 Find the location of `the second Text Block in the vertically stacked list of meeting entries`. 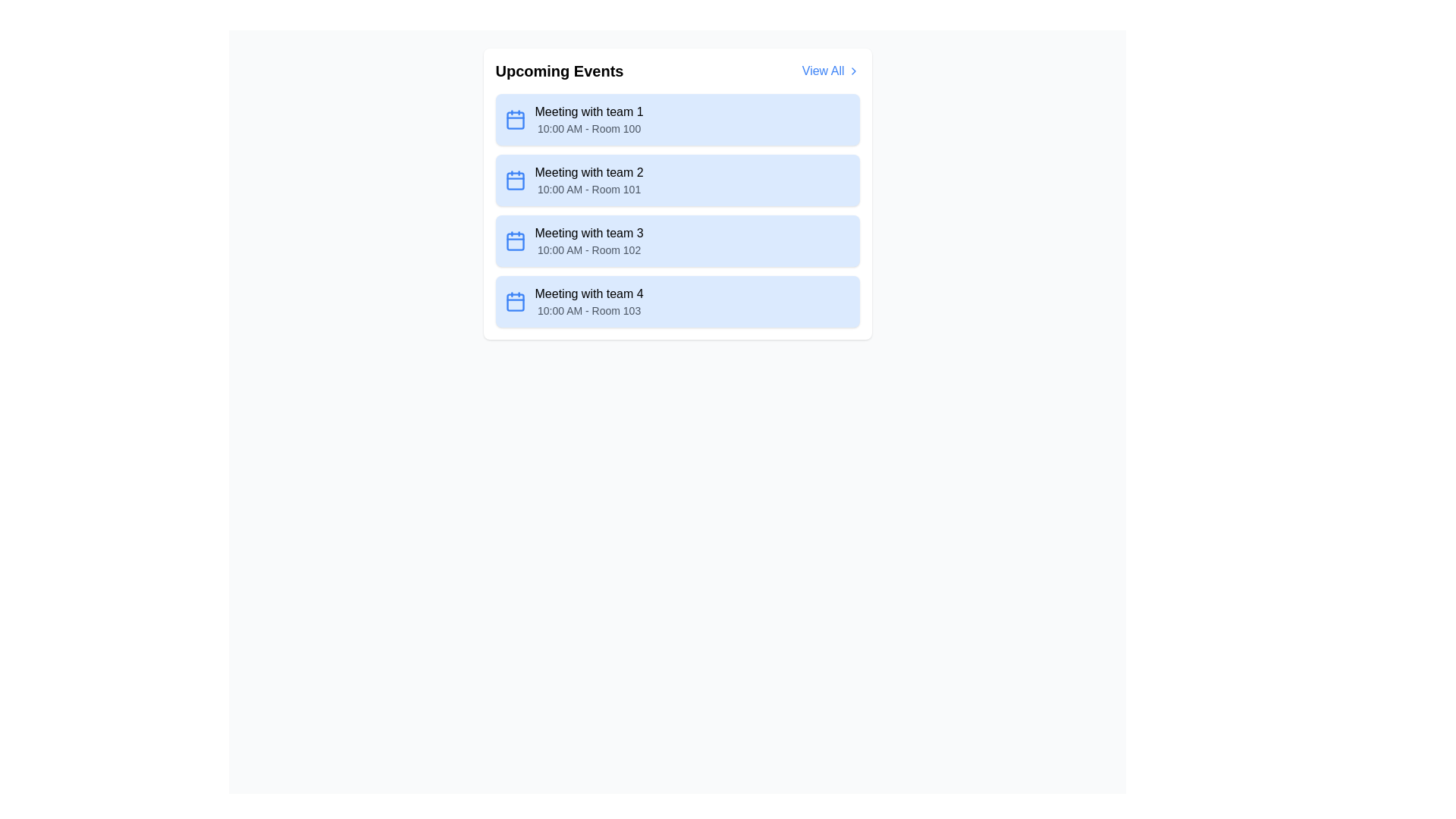

the second Text Block in the vertically stacked list of meeting entries is located at coordinates (588, 180).